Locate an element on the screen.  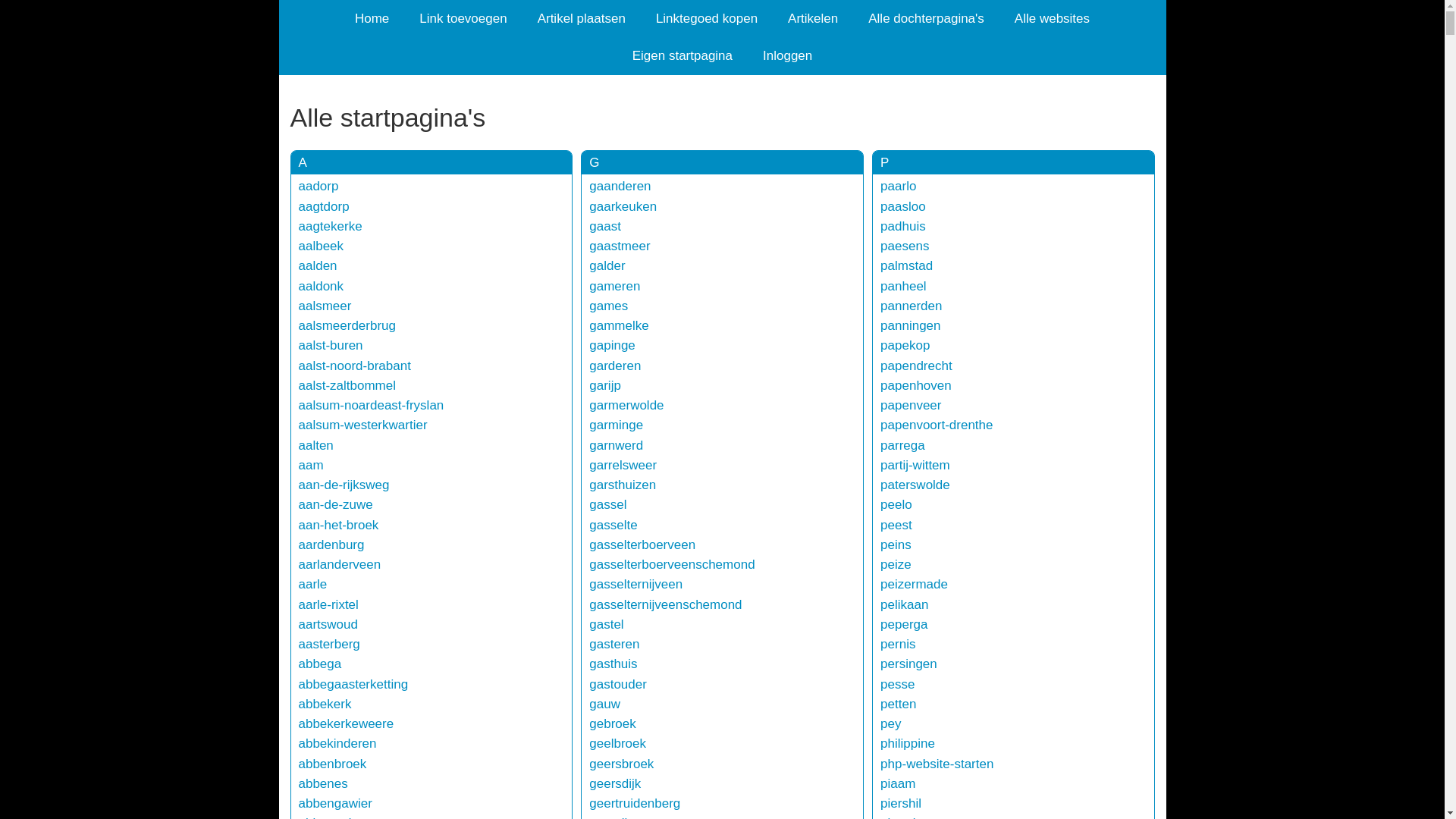
'aarle-rixtel' is located at coordinates (298, 604).